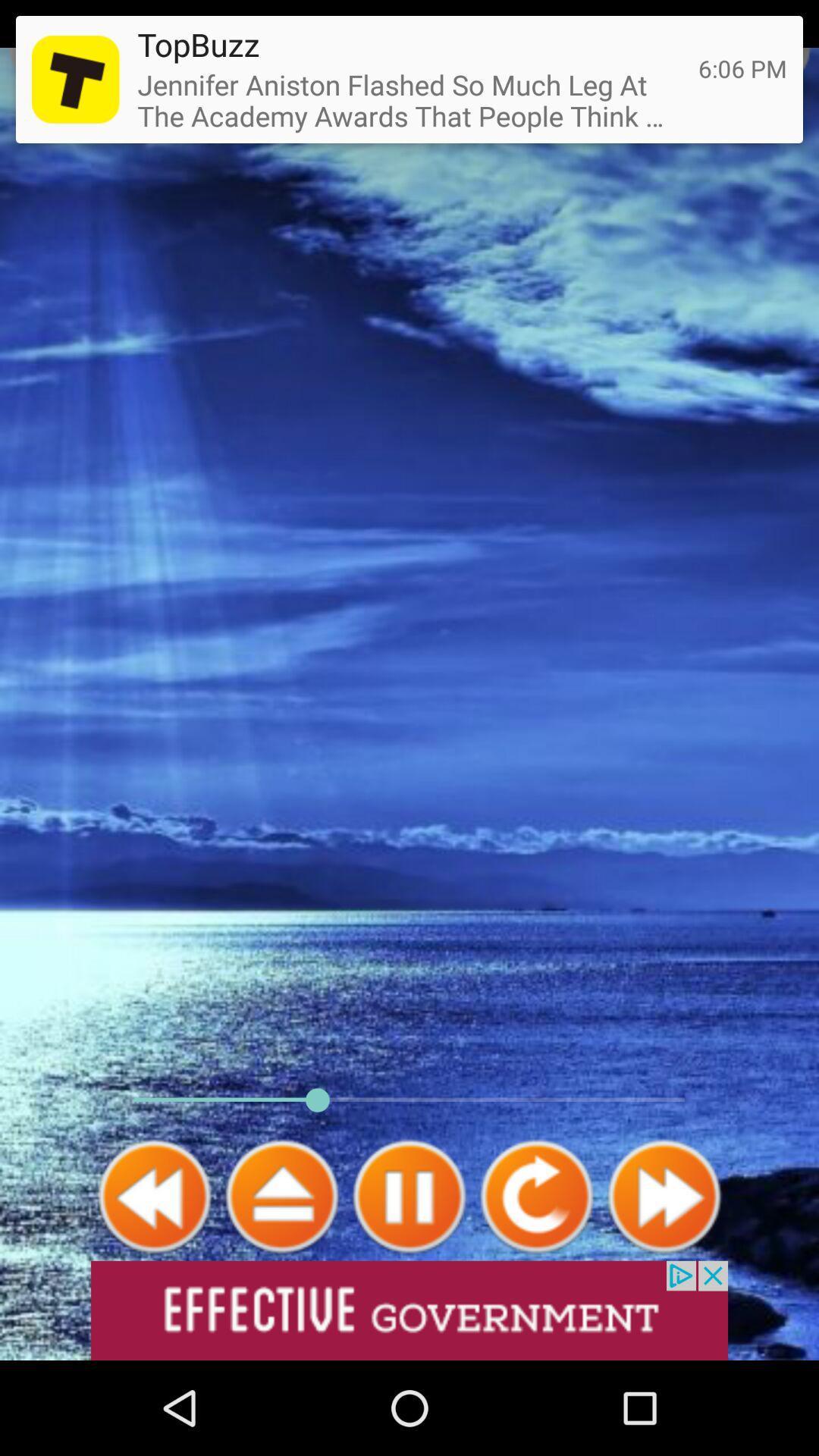 The image size is (819, 1456). What do you see at coordinates (663, 1280) in the screenshot?
I see `the av_forward icon` at bounding box center [663, 1280].